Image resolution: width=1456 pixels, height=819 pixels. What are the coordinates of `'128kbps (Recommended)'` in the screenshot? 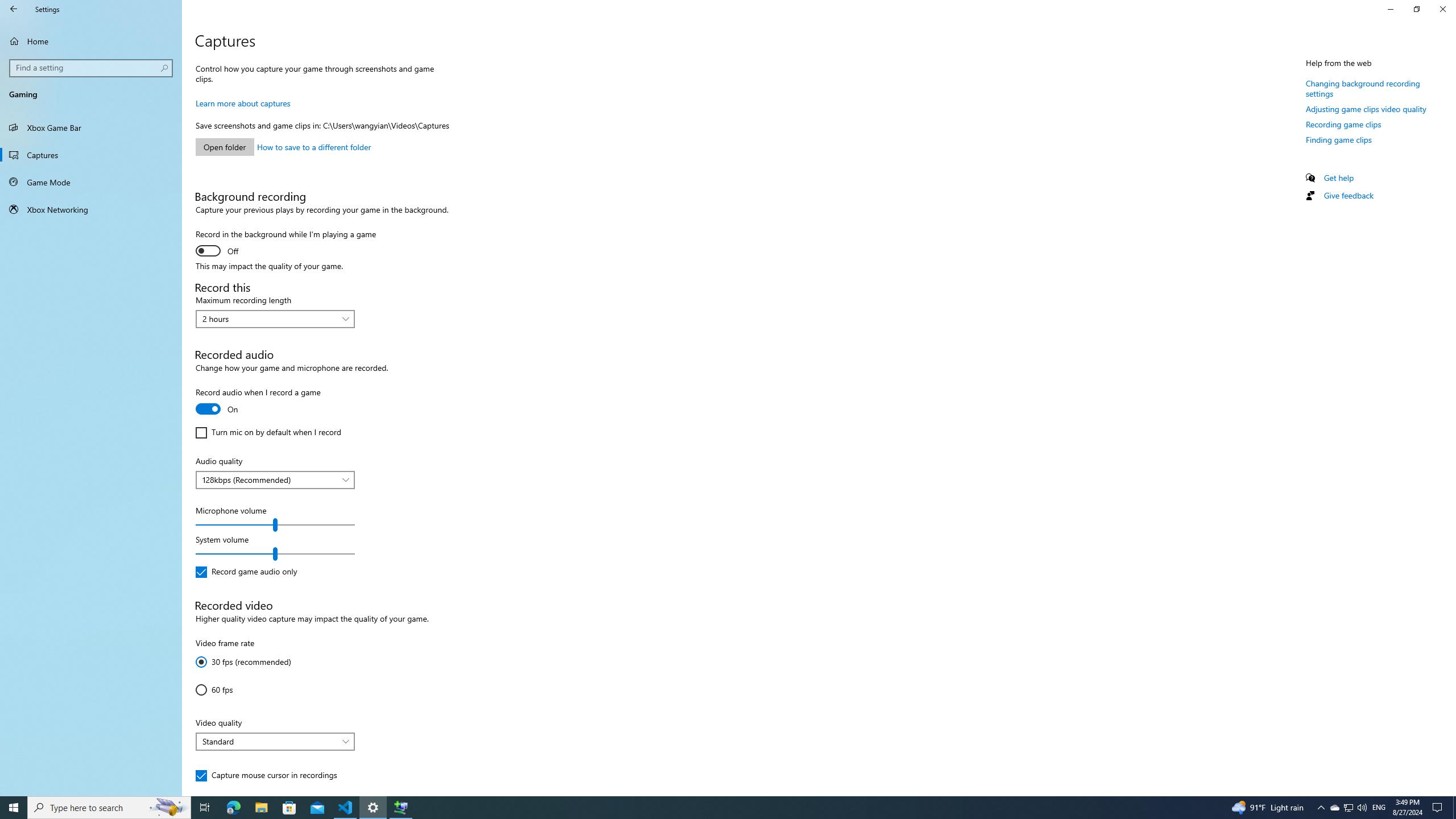 It's located at (268, 479).